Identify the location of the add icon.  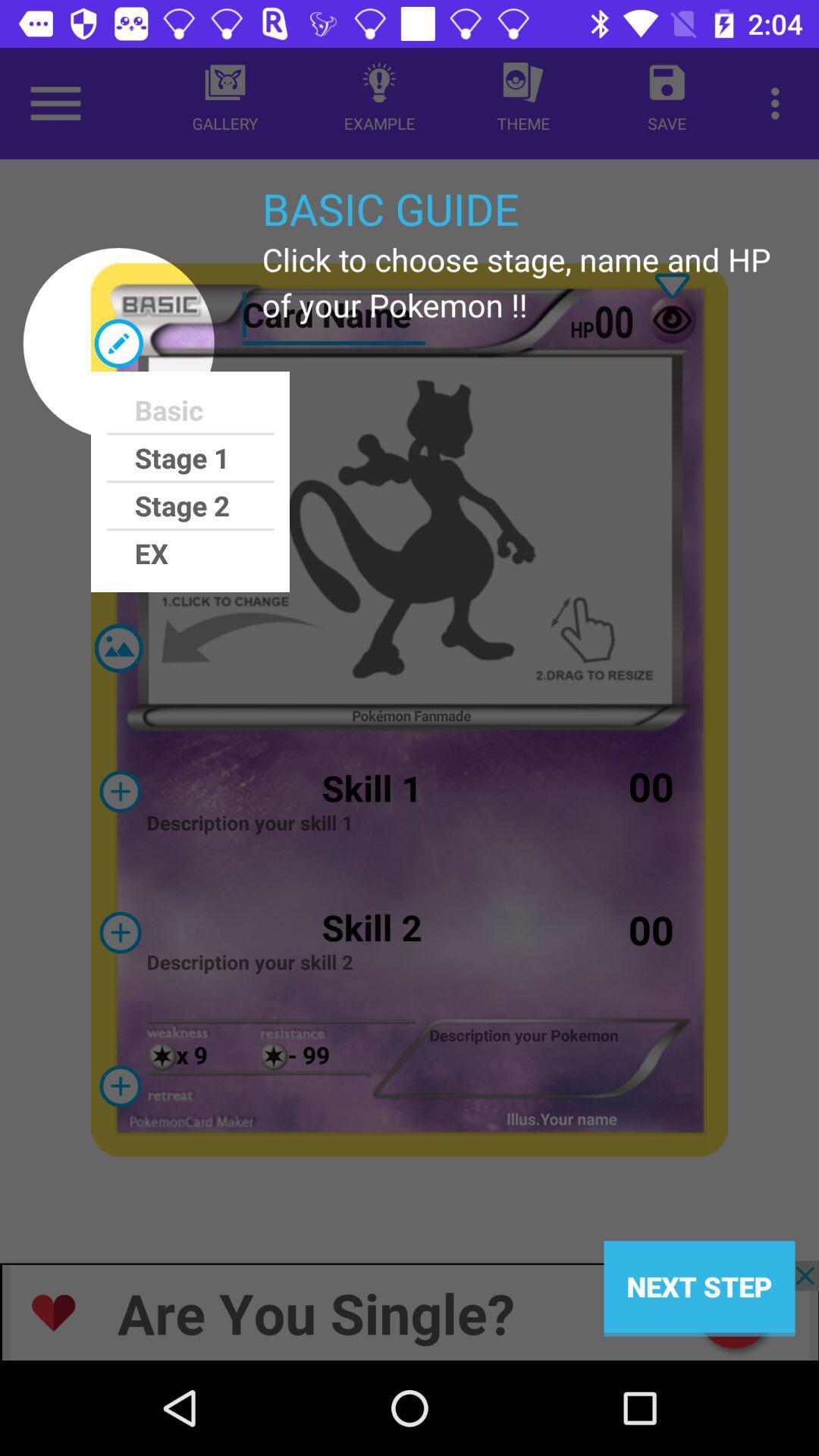
(119, 931).